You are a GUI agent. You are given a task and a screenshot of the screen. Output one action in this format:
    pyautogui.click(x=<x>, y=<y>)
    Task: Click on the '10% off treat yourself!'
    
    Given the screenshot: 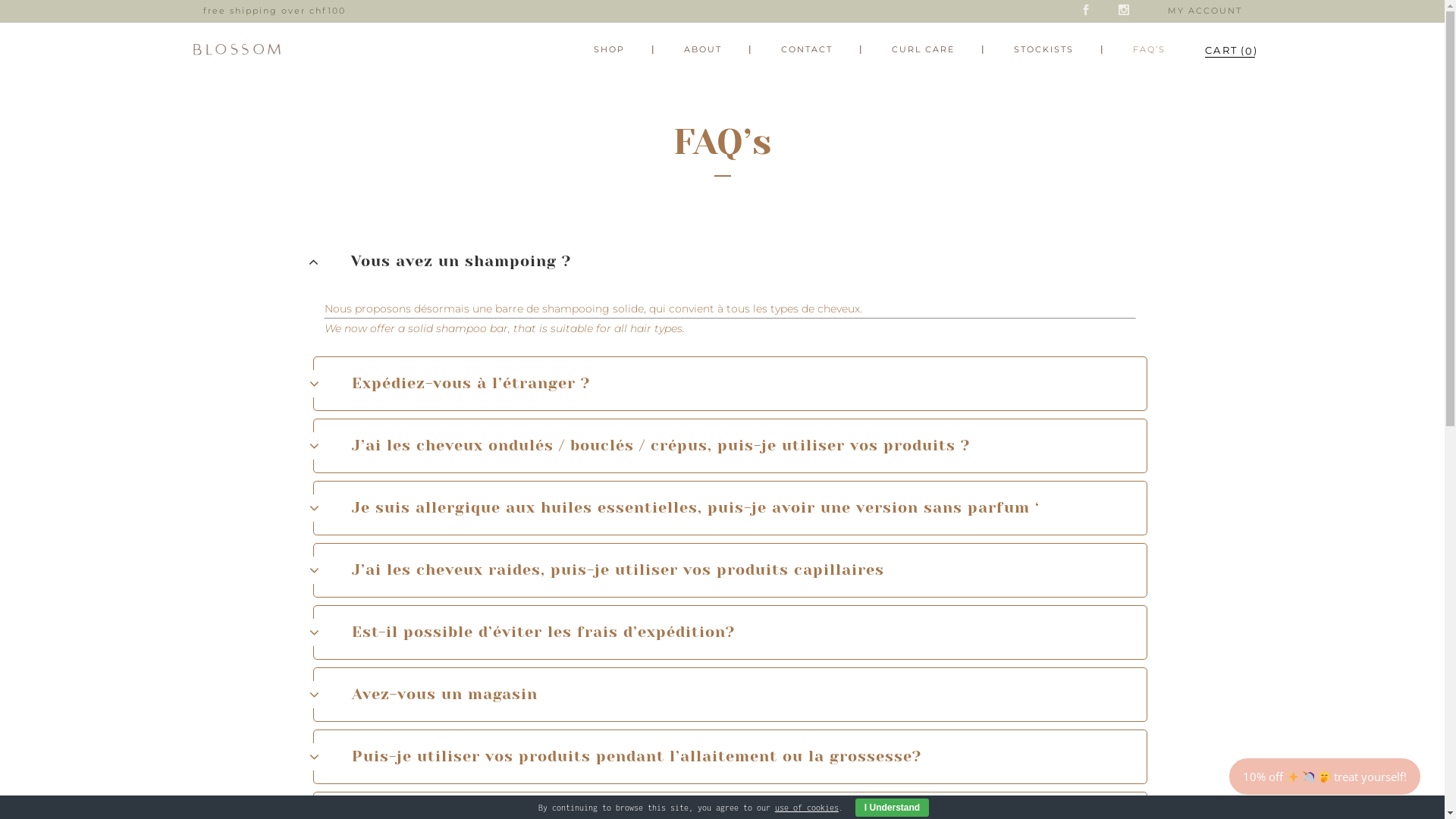 What is the action you would take?
    pyautogui.click(x=1230, y=776)
    